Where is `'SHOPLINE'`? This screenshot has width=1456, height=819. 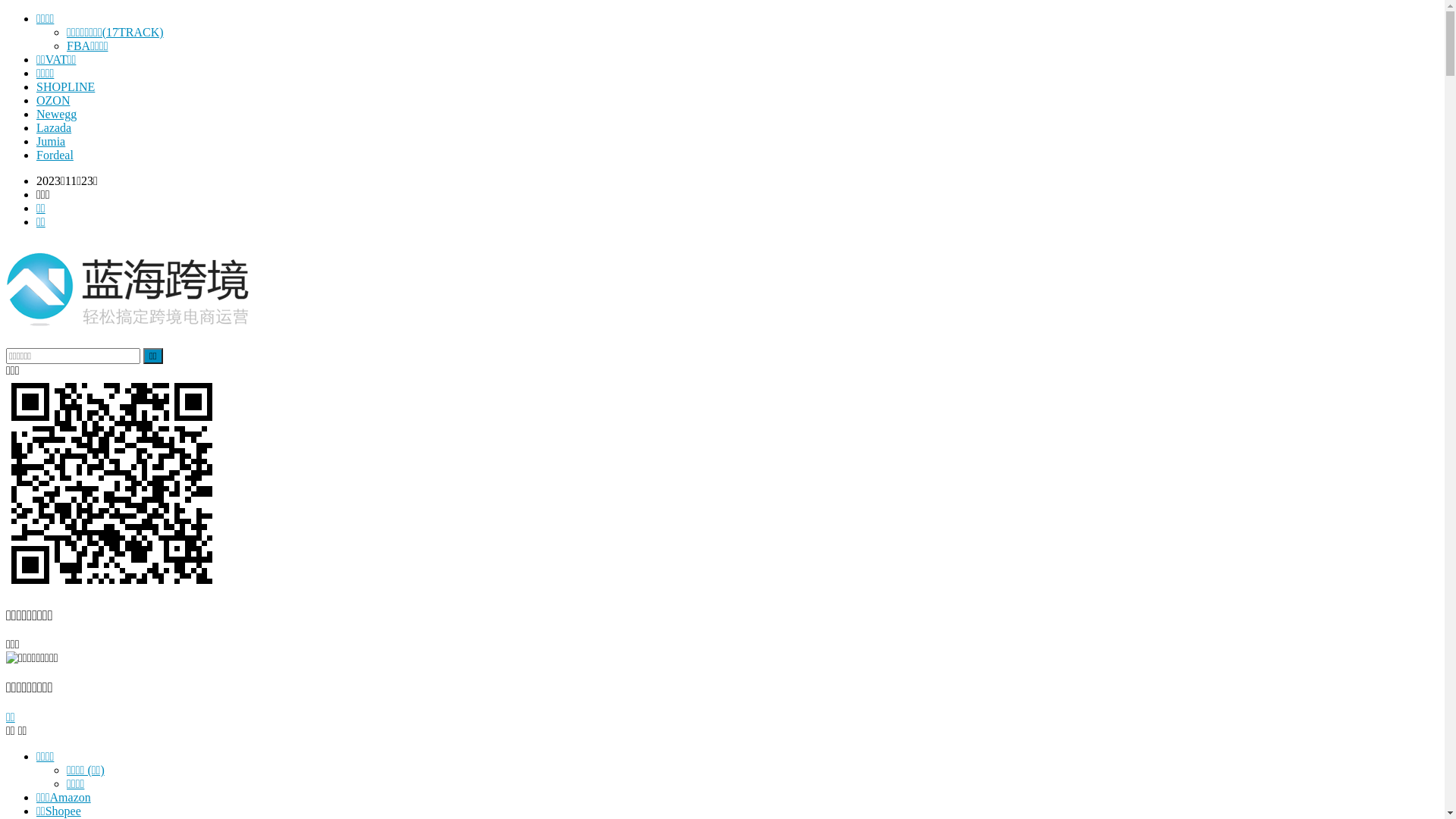
'SHOPLINE' is located at coordinates (64, 86).